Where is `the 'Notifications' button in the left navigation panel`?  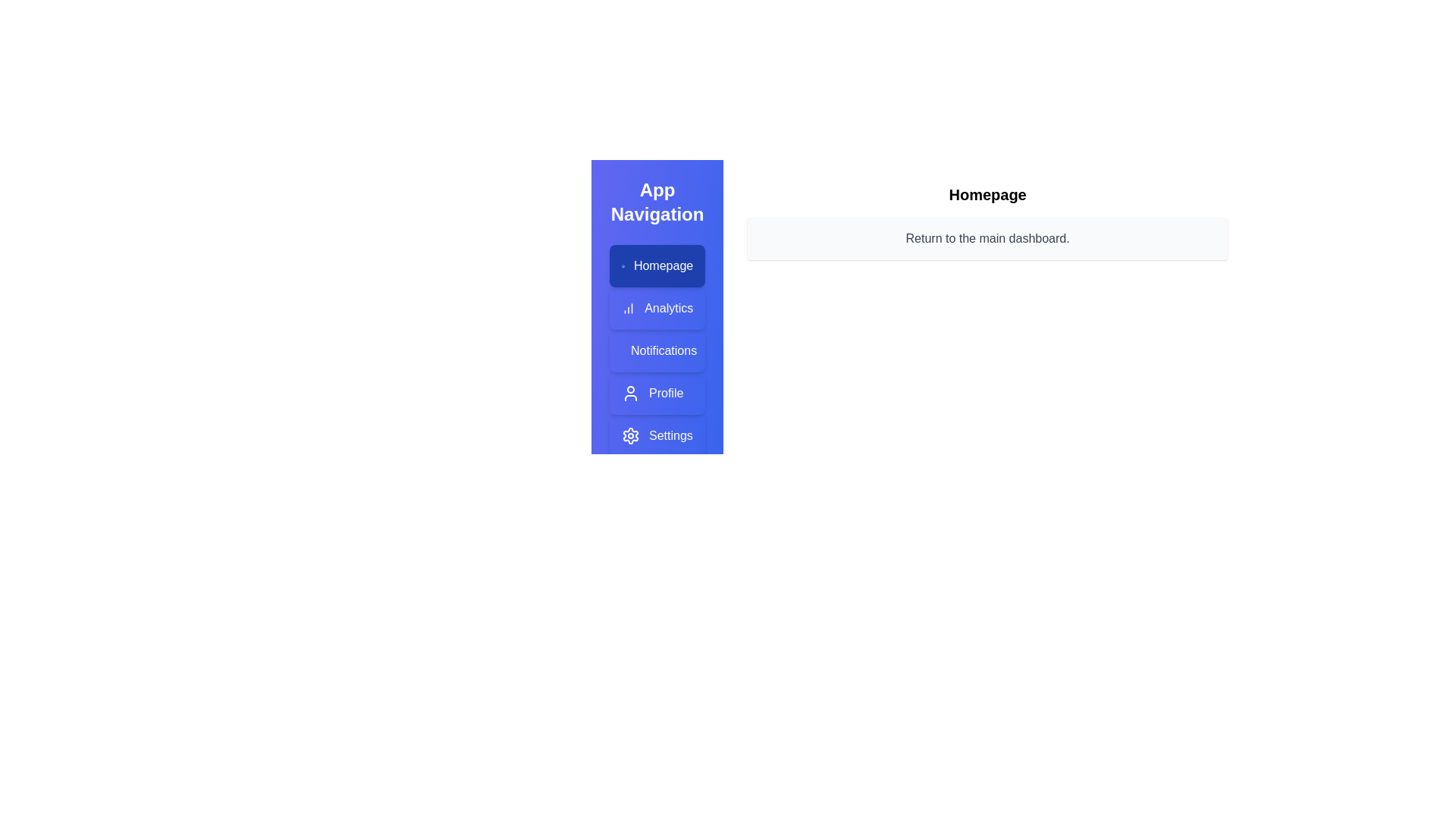 the 'Notifications' button in the left navigation panel is located at coordinates (657, 350).